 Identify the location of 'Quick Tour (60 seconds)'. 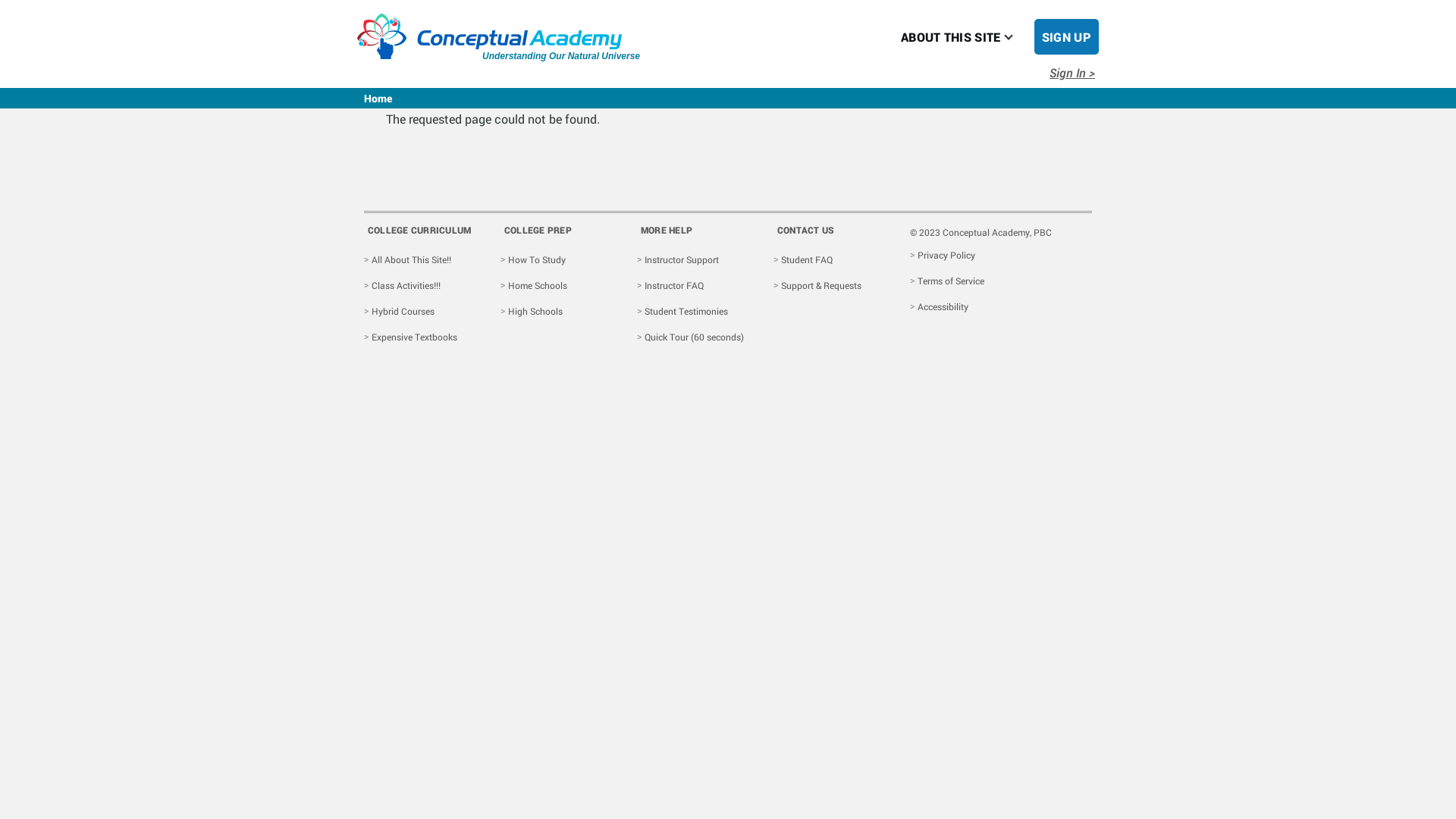
(693, 335).